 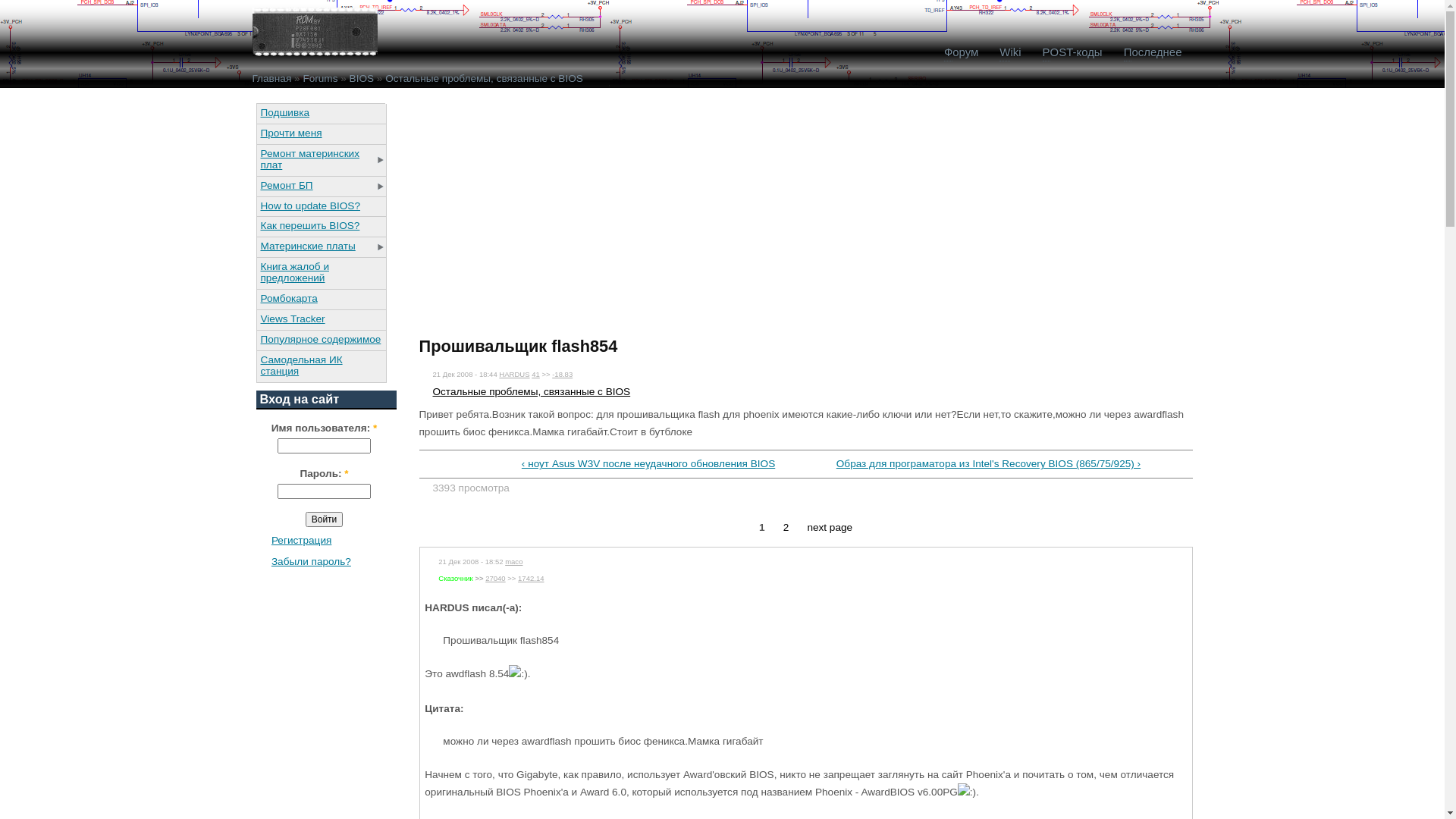 I want to click on 'maco', so click(x=513, y=561).